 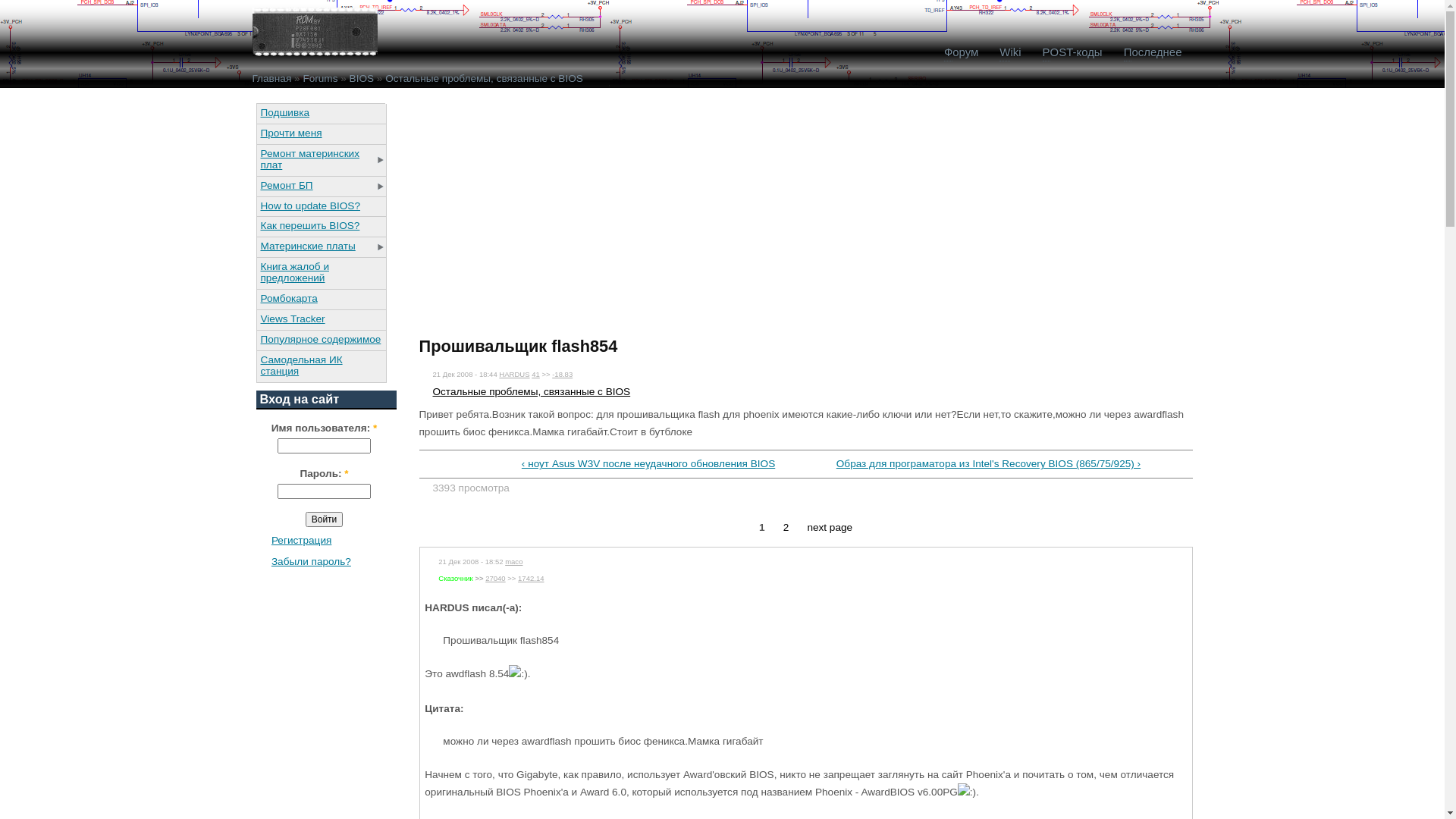 I want to click on 'maco', so click(x=513, y=561).